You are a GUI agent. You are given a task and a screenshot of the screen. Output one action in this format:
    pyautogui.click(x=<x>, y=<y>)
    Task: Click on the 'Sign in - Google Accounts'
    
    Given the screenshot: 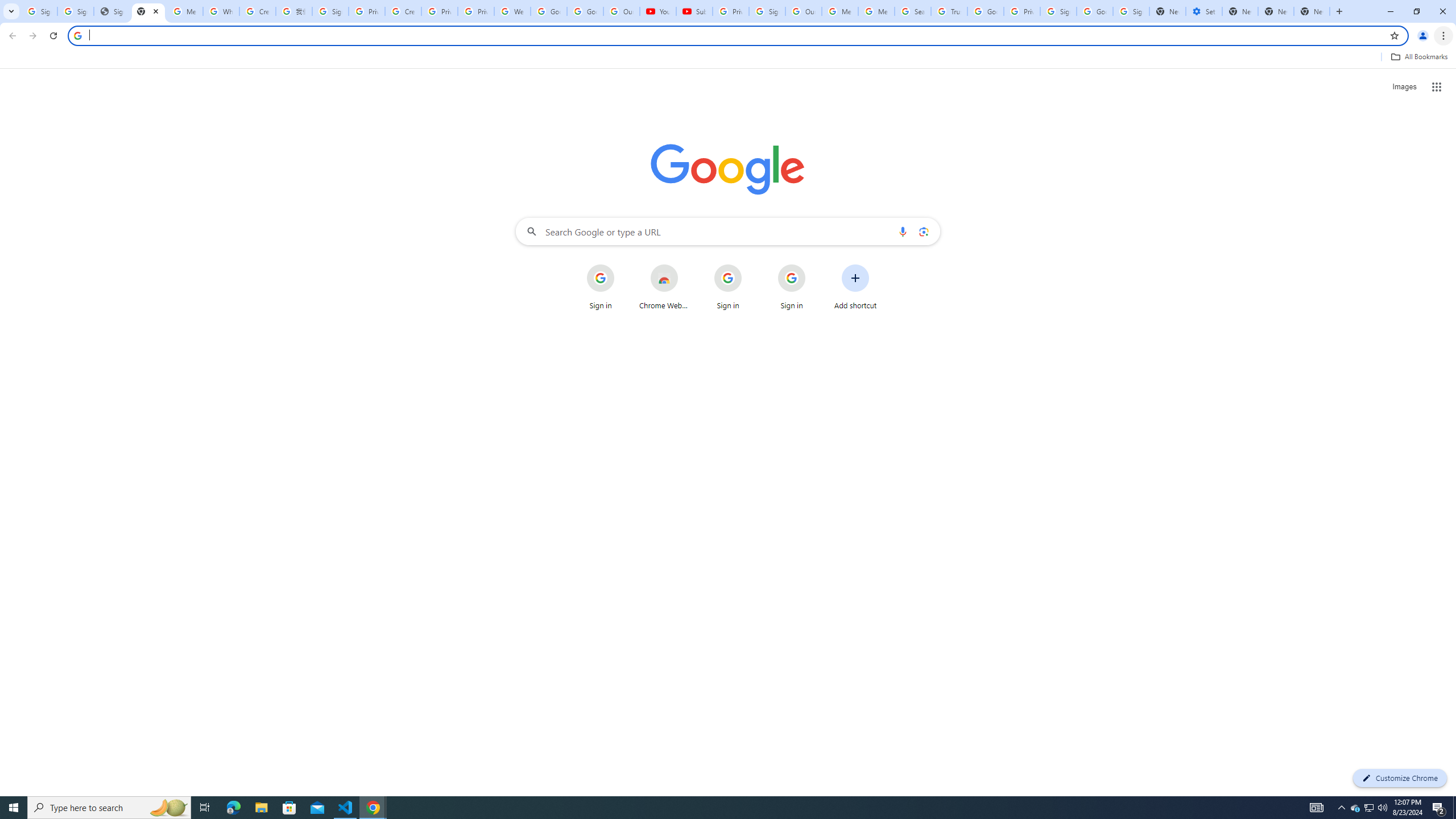 What is the action you would take?
    pyautogui.click(x=39, y=11)
    